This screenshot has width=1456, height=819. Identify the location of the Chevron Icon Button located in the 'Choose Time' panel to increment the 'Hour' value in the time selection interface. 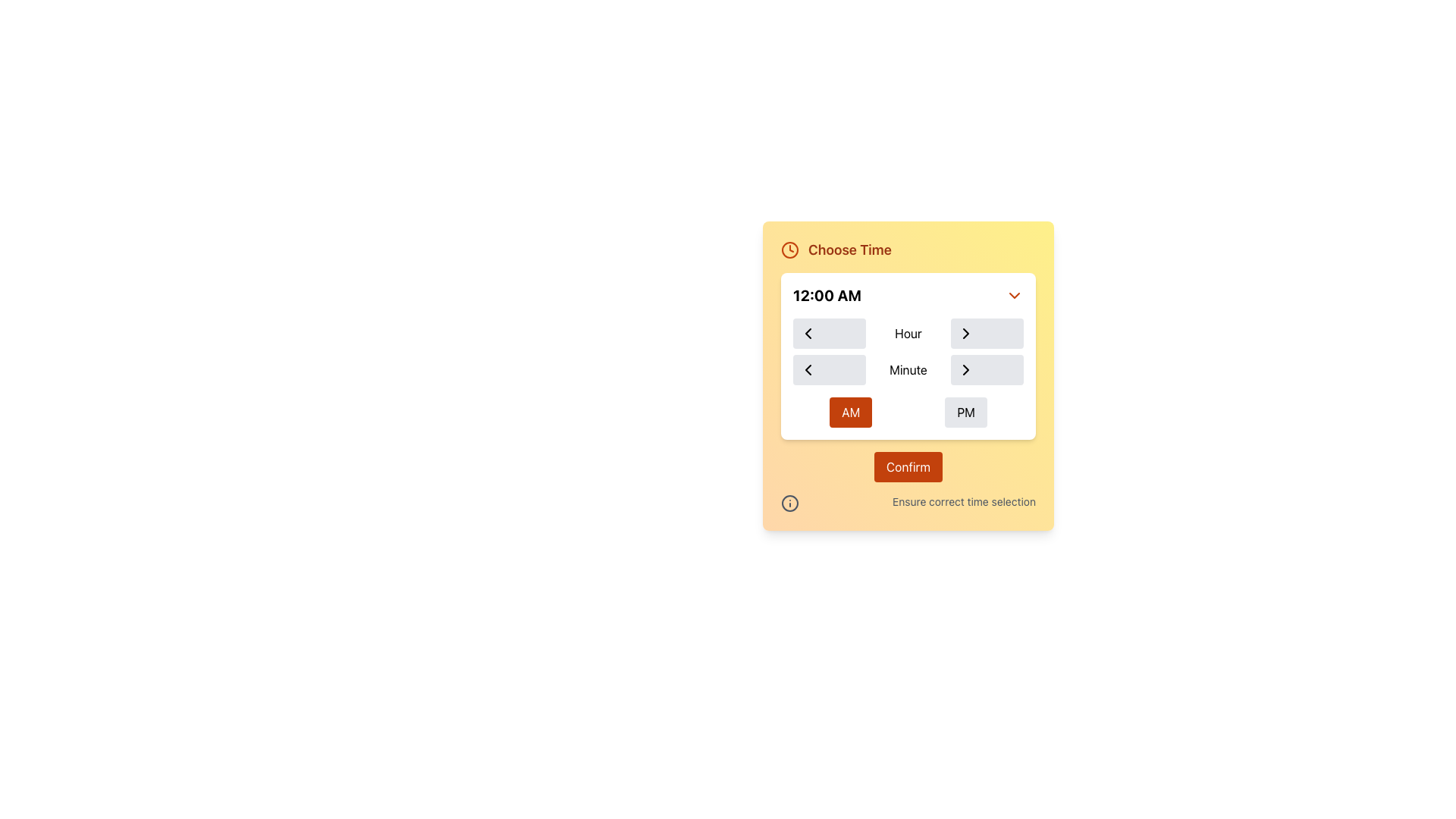
(965, 332).